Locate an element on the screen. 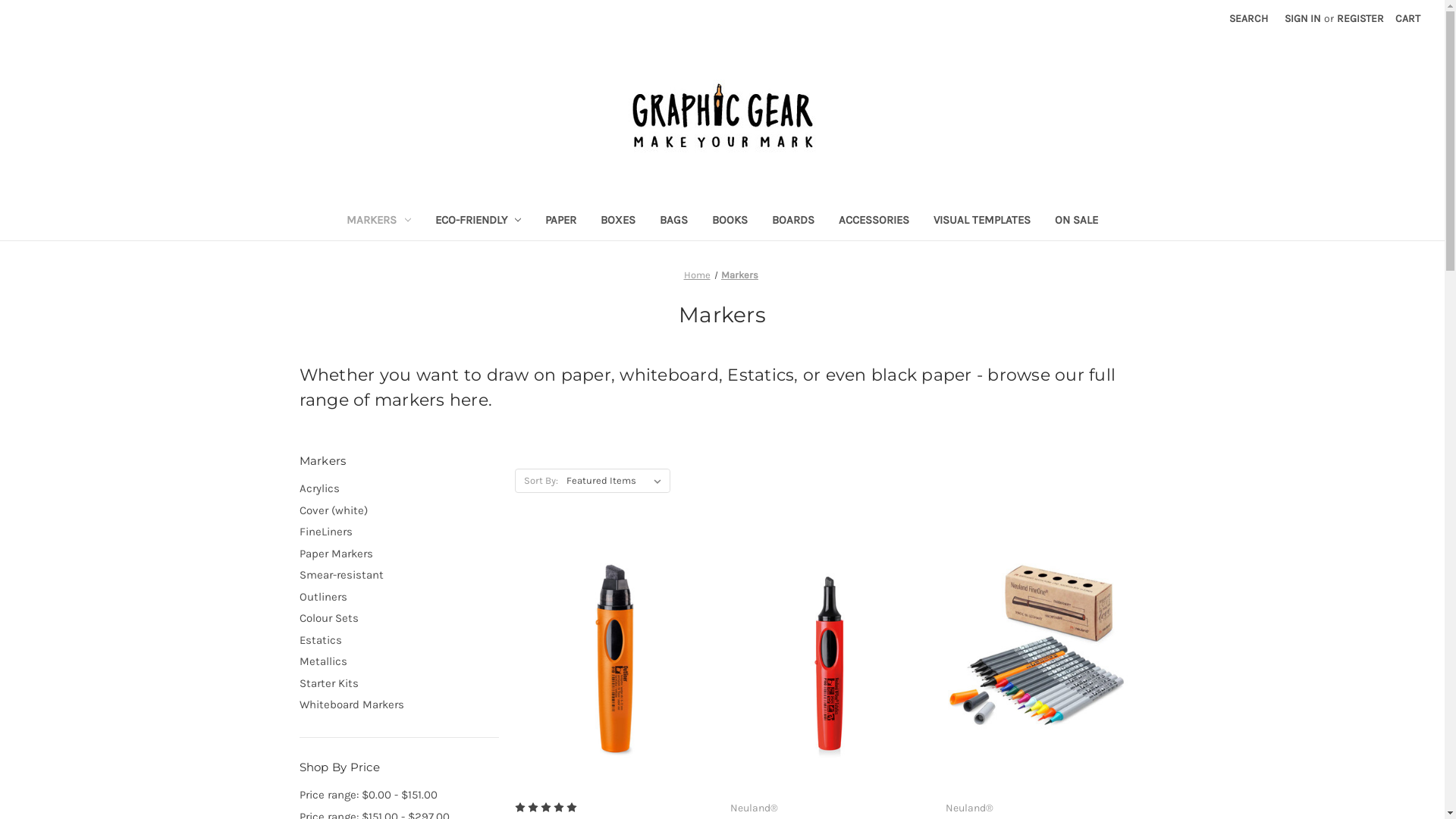  'ACCESSORIES' is located at coordinates (825, 221).